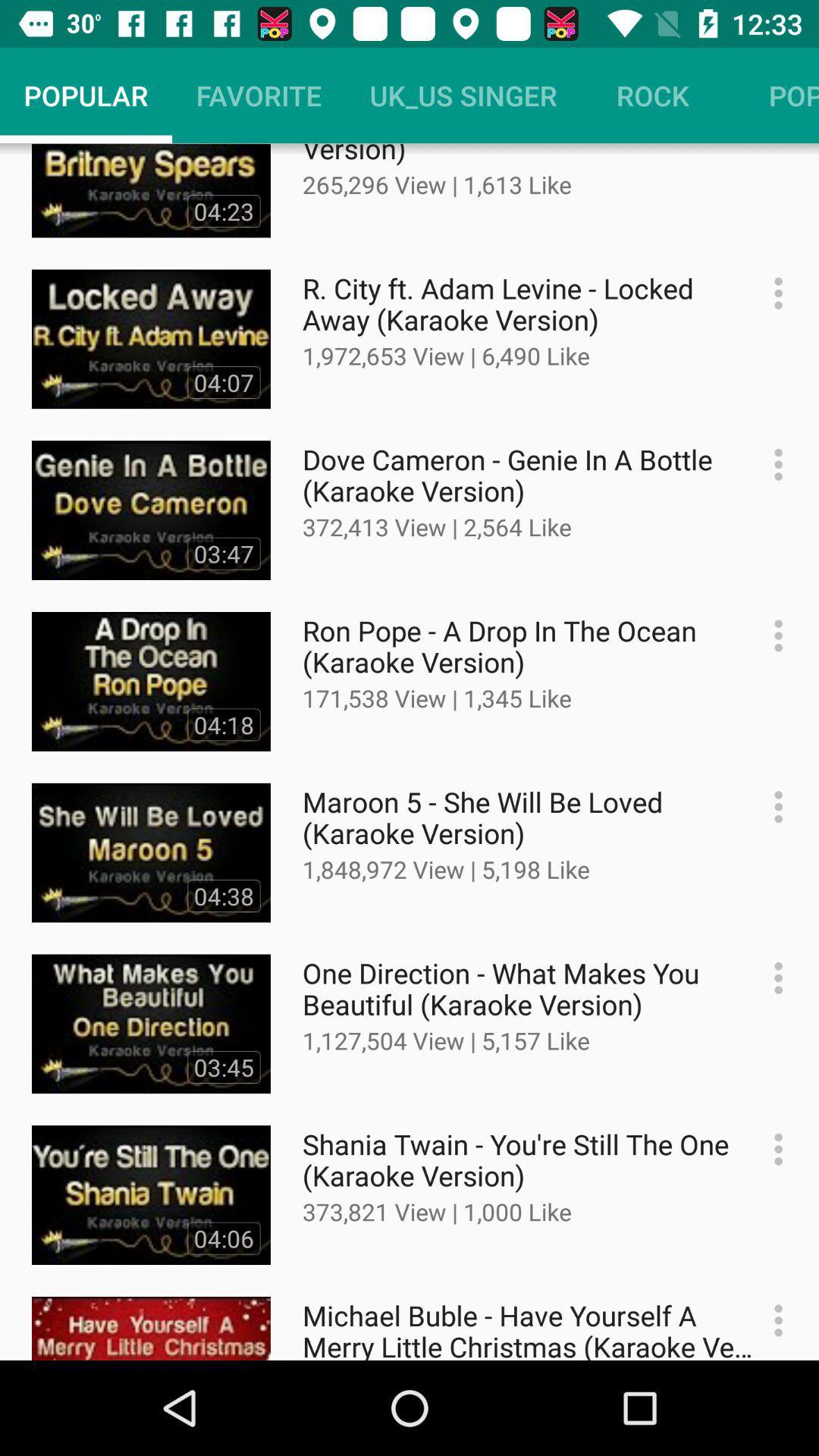  What do you see at coordinates (770, 635) in the screenshot?
I see `open other settings` at bounding box center [770, 635].